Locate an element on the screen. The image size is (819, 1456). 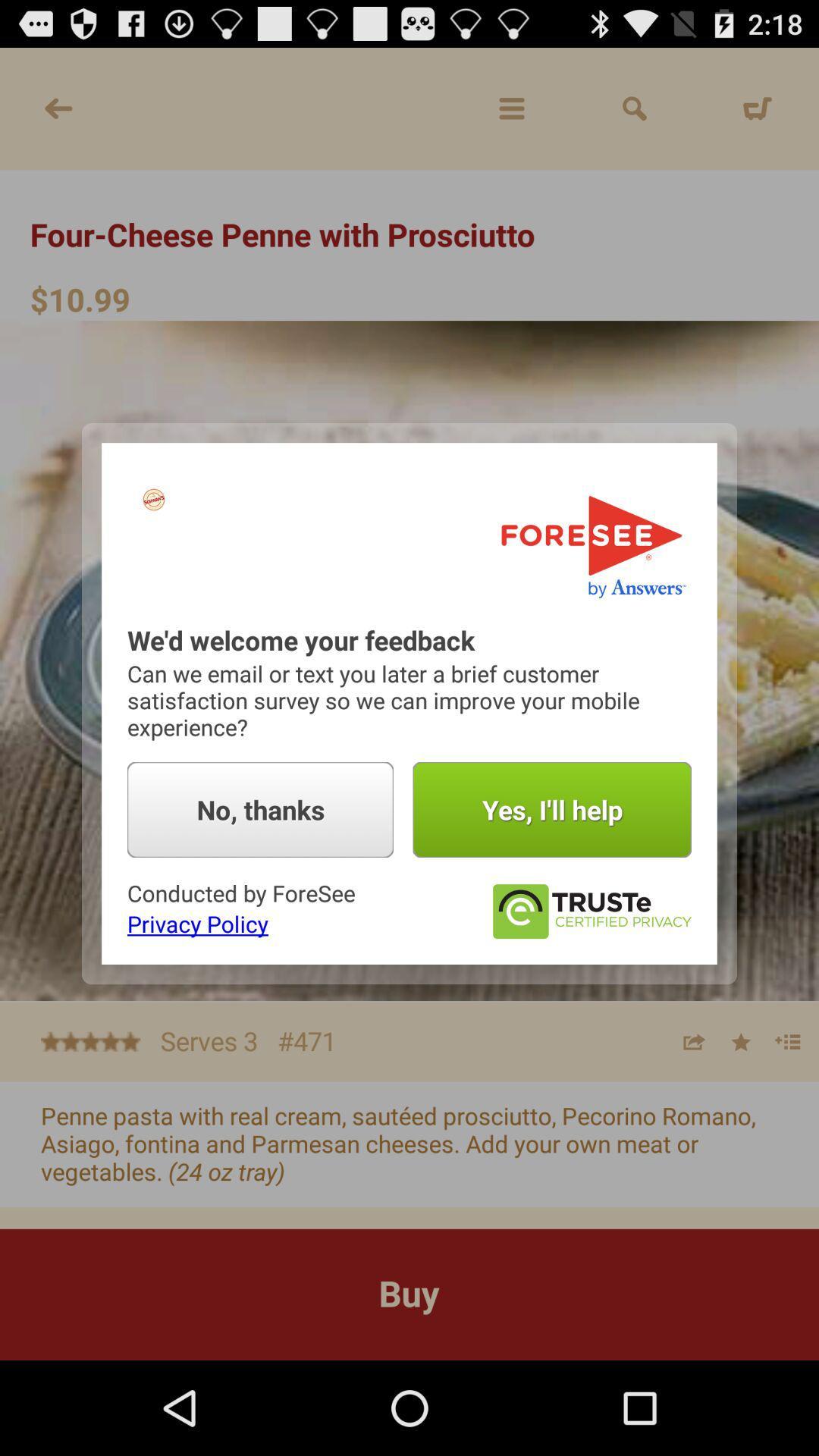
the app below can we email app is located at coordinates (259, 809).